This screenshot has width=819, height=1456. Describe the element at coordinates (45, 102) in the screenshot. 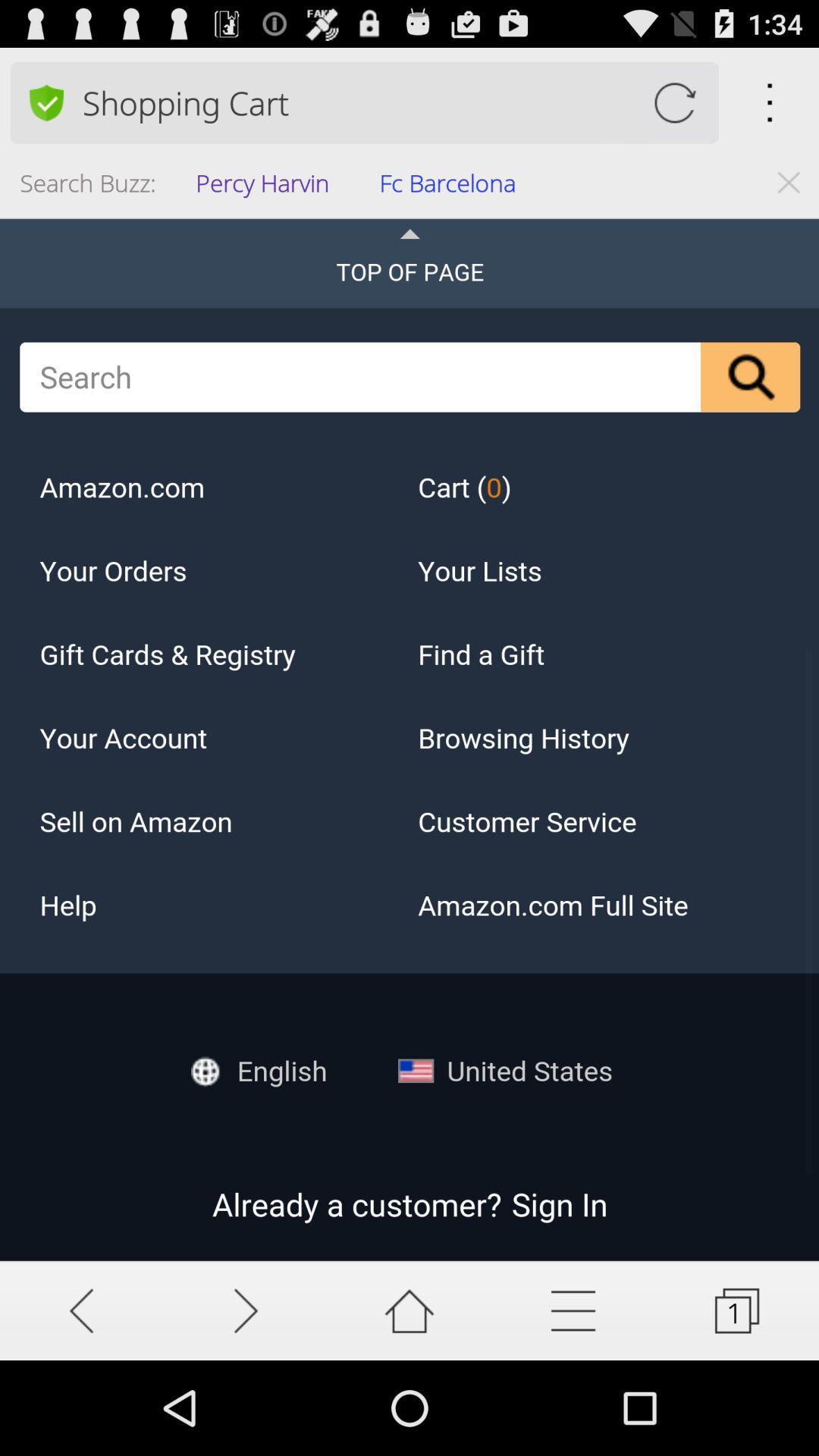

I see `change the preference search option` at that location.